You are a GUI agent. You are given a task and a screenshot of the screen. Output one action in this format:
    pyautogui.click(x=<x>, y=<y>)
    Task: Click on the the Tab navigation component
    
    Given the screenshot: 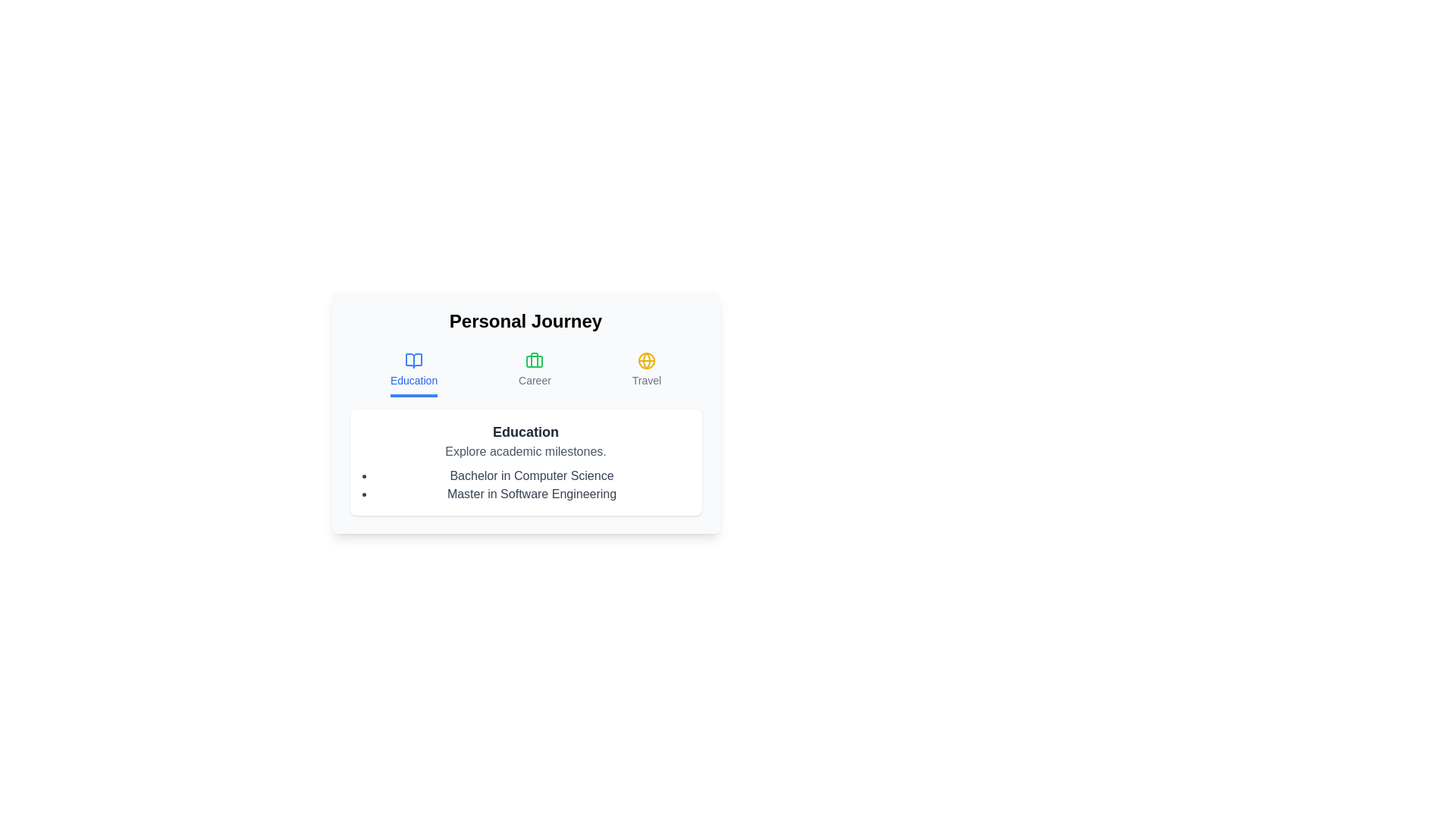 What is the action you would take?
    pyautogui.click(x=526, y=374)
    